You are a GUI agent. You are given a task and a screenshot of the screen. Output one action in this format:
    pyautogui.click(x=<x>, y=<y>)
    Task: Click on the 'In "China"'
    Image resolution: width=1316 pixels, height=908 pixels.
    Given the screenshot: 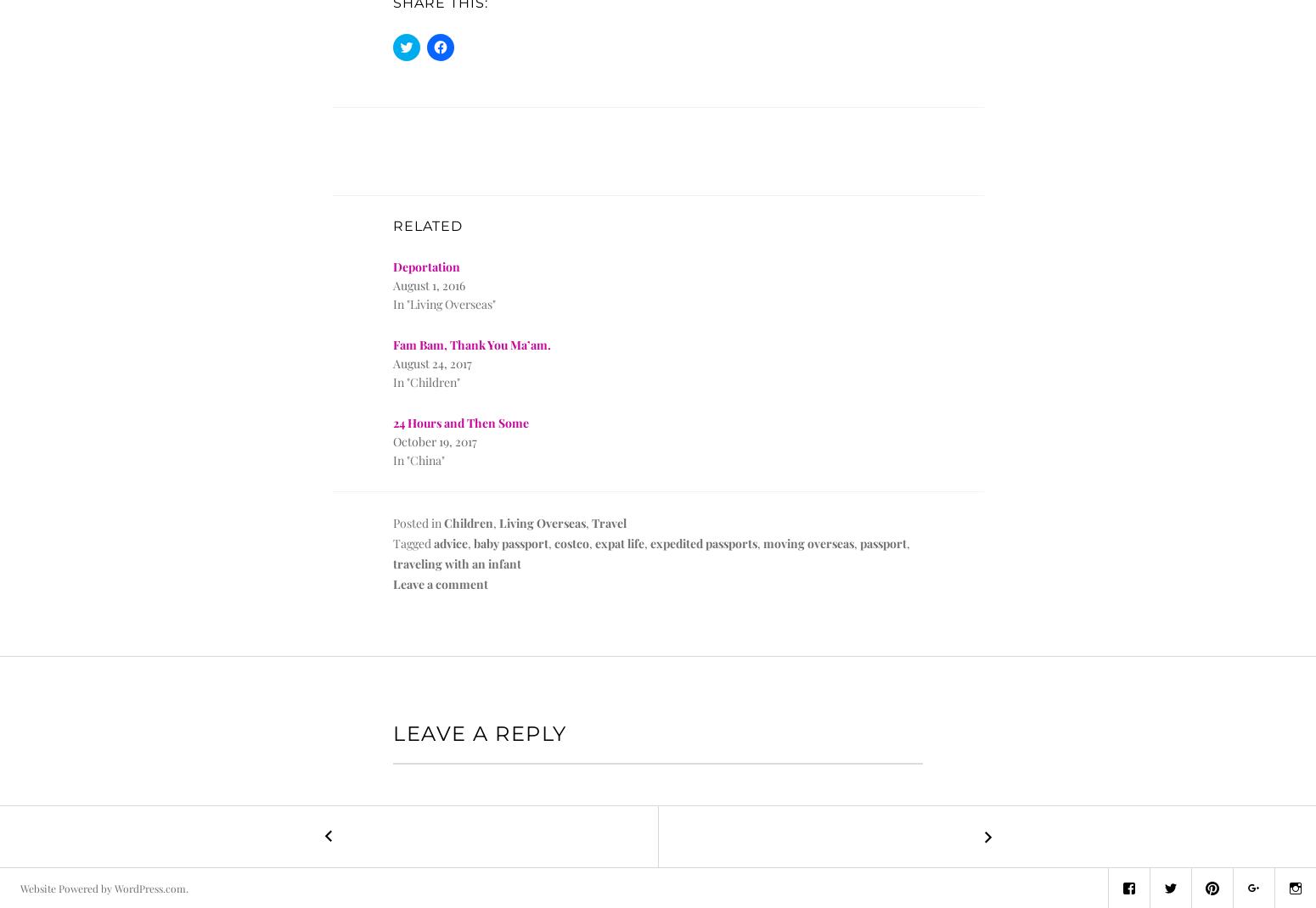 What is the action you would take?
    pyautogui.click(x=418, y=459)
    